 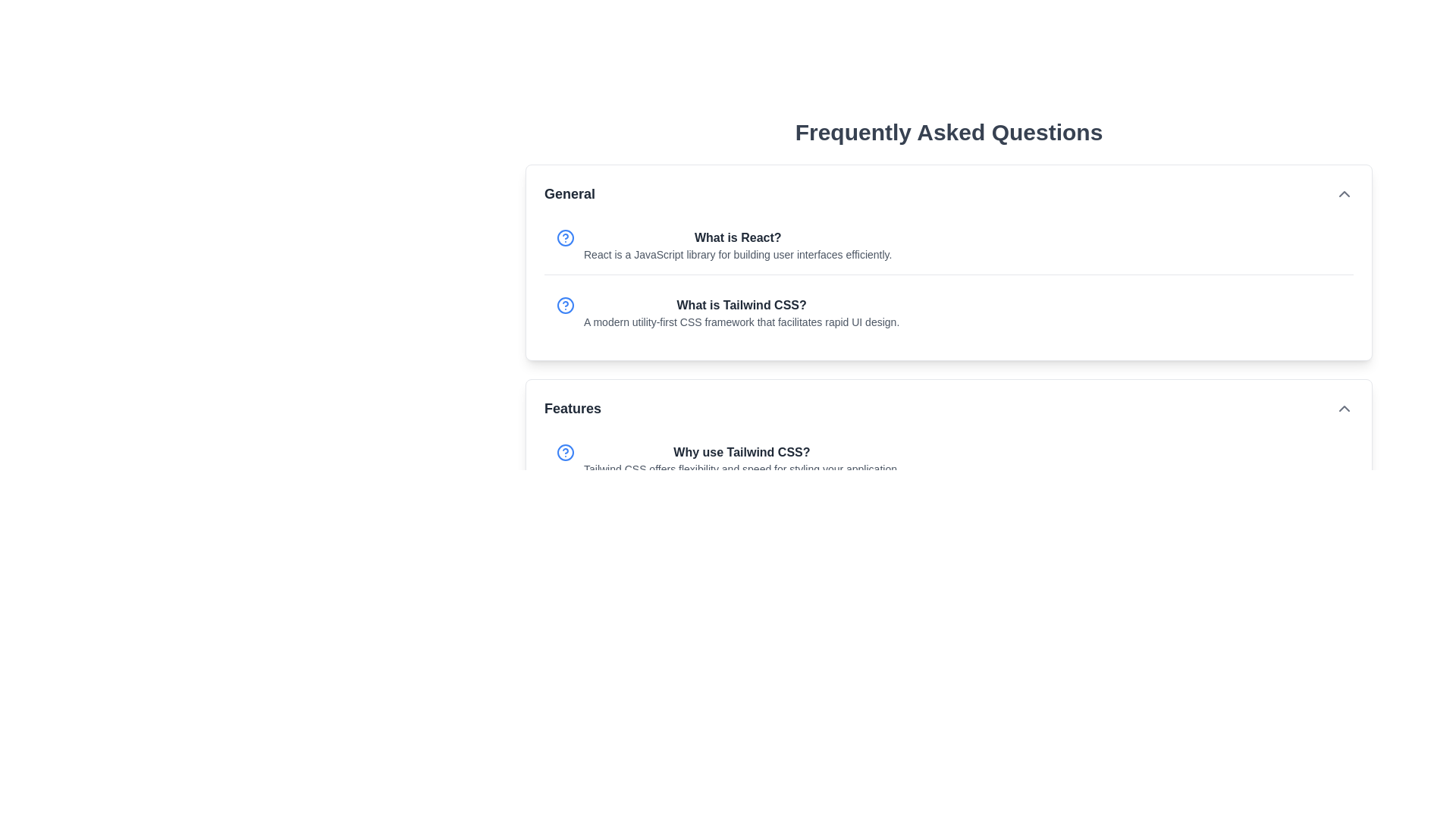 I want to click on the bold text label 'General' located at the top-left corner of the accordion section, so click(x=569, y=193).